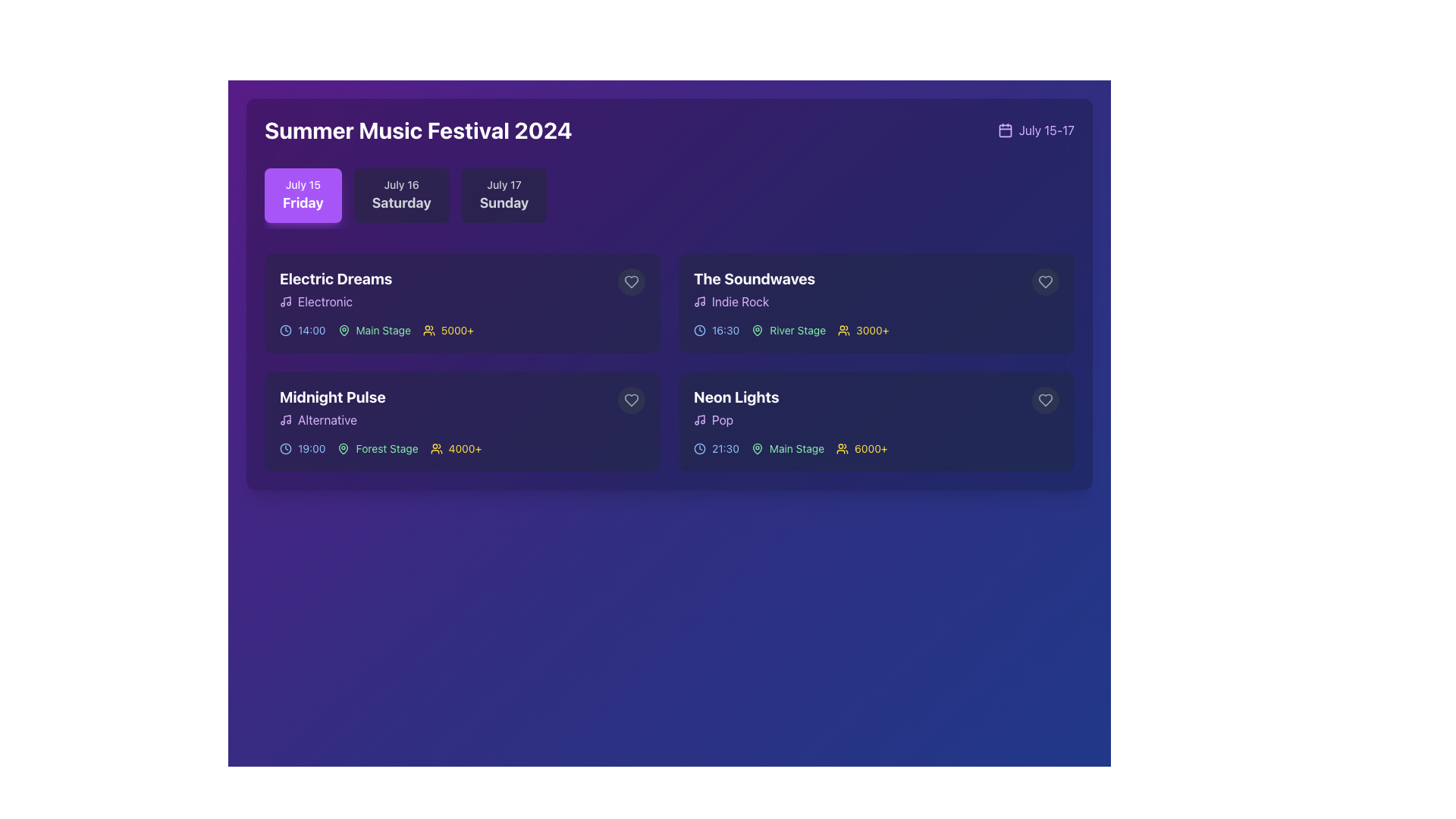 The width and height of the screenshot is (1456, 819). I want to click on the heart-shaped icon in the bottom-right card for the event 'Neon Lights', so click(1044, 400).